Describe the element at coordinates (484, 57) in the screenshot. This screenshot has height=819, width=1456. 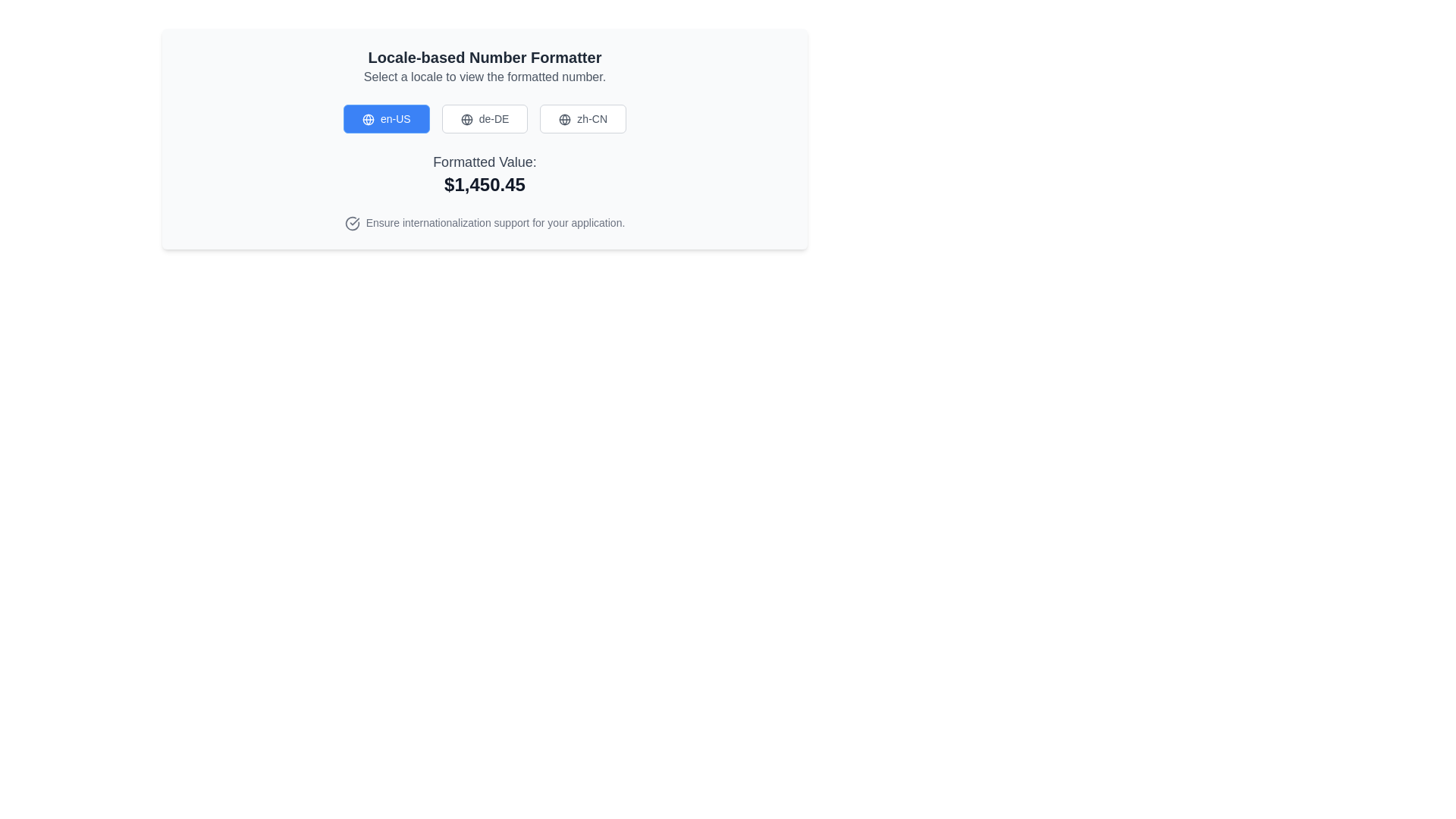
I see `the Text Label that serves as a header or title for the interface section, located at the top-center of the interface` at that location.